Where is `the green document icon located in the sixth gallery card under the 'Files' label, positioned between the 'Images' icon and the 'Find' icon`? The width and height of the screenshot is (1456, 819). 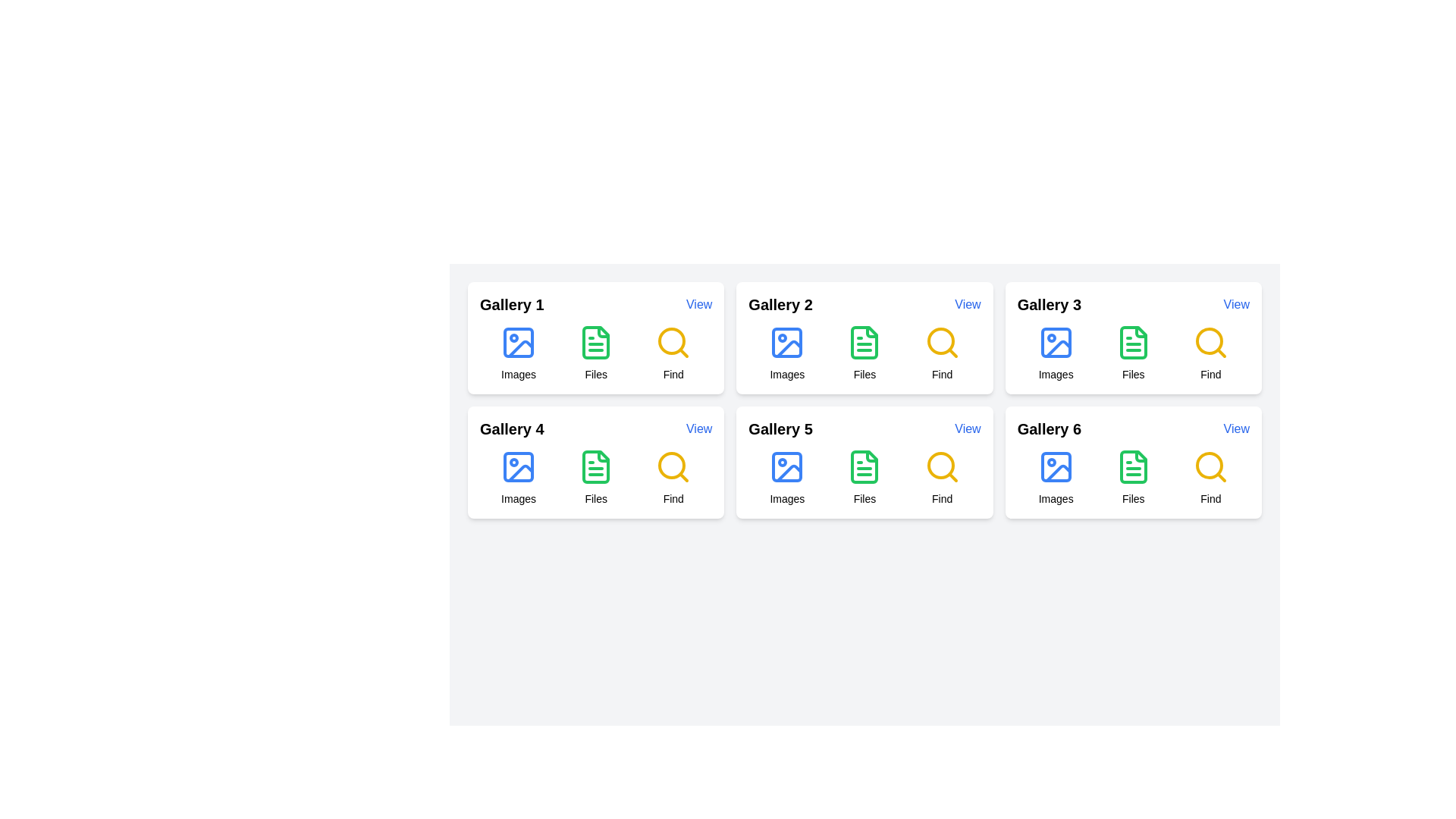
the green document icon located in the sixth gallery card under the 'Files' label, positioned between the 'Images' icon and the 'Find' icon is located at coordinates (1133, 466).